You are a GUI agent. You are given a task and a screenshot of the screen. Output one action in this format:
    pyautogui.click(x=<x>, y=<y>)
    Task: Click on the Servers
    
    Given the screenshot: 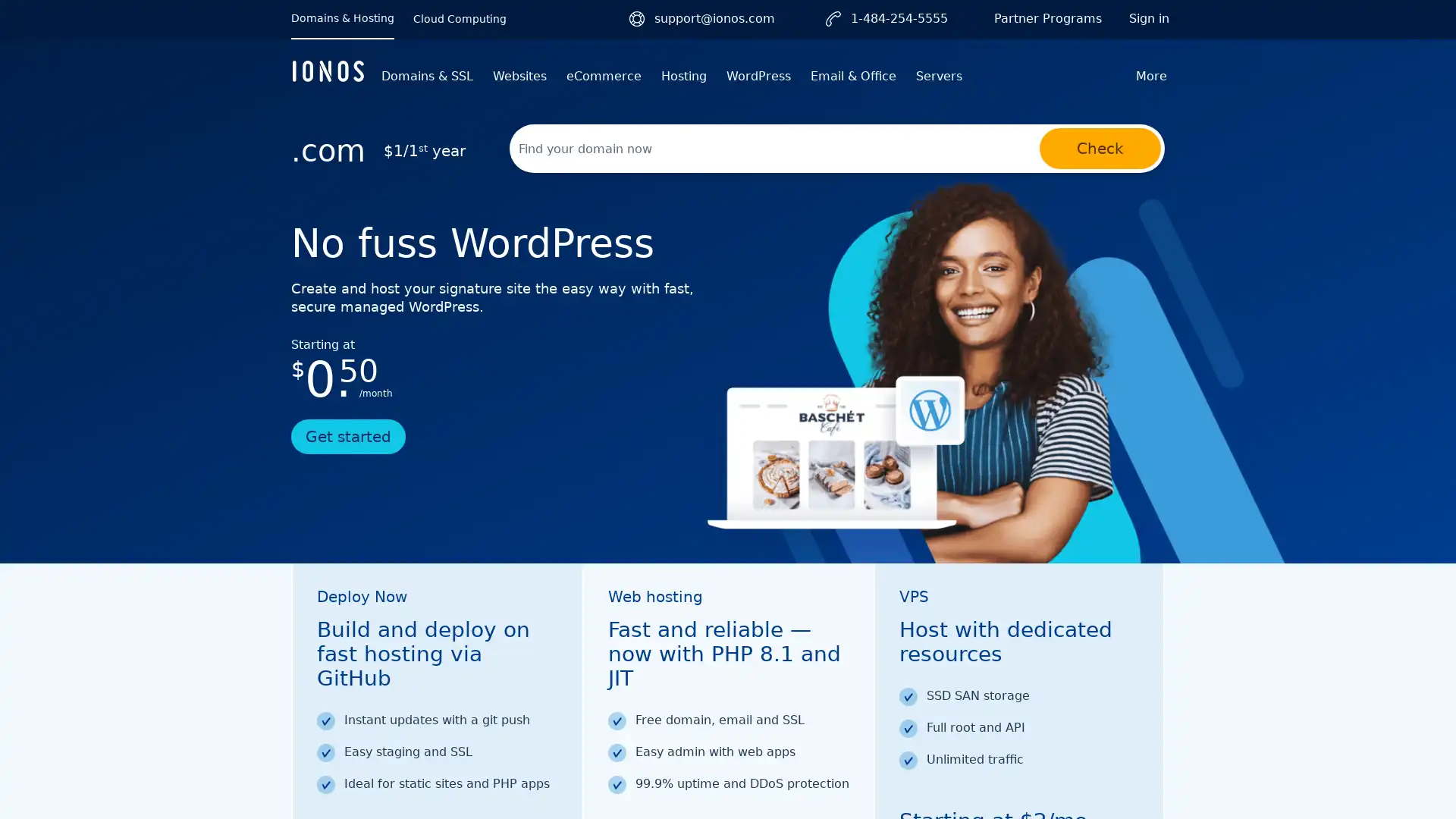 What is the action you would take?
    pyautogui.click(x=917, y=76)
    